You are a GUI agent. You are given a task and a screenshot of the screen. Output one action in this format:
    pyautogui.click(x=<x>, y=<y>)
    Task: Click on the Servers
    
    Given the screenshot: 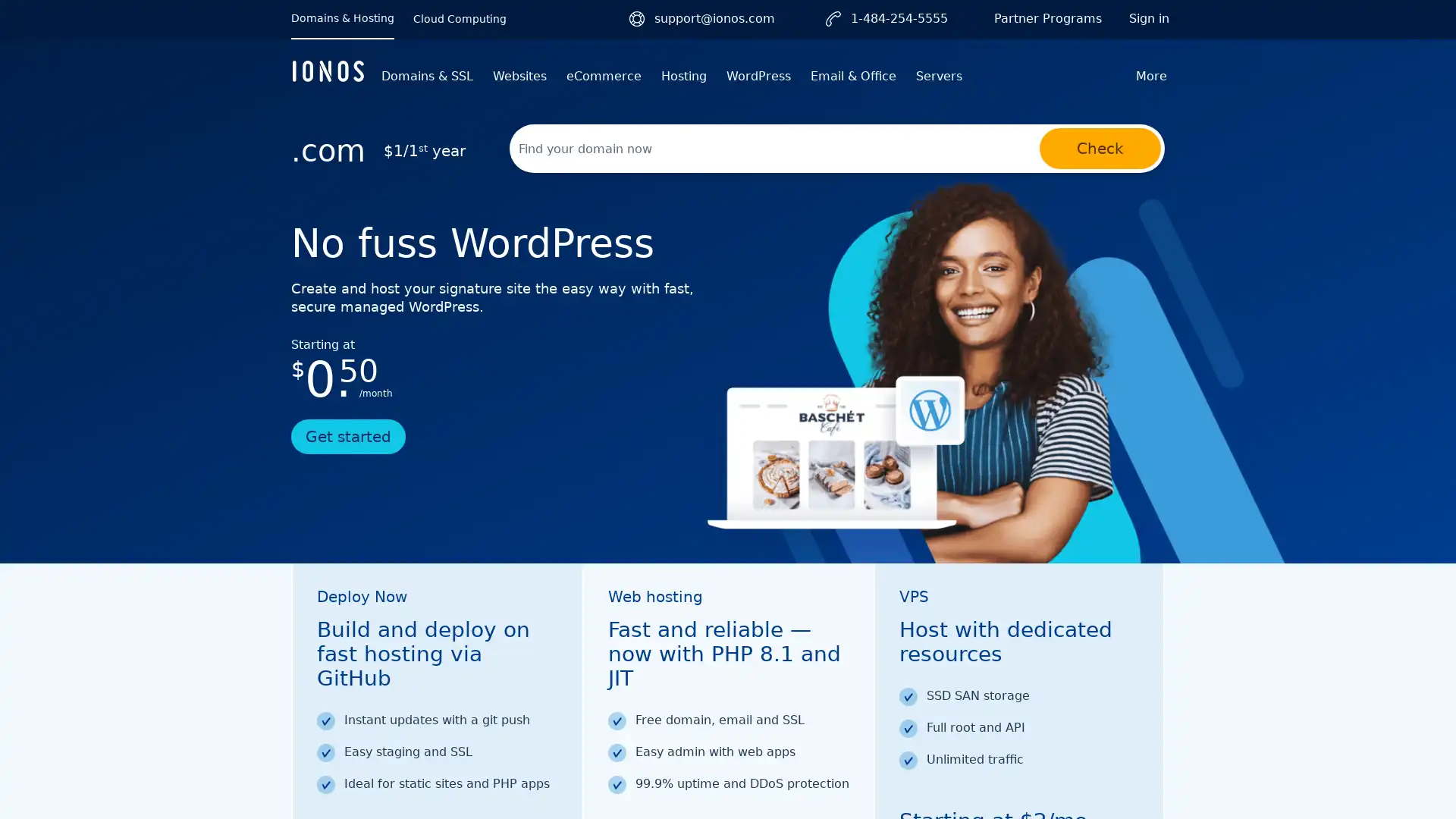 What is the action you would take?
    pyautogui.click(x=917, y=76)
    